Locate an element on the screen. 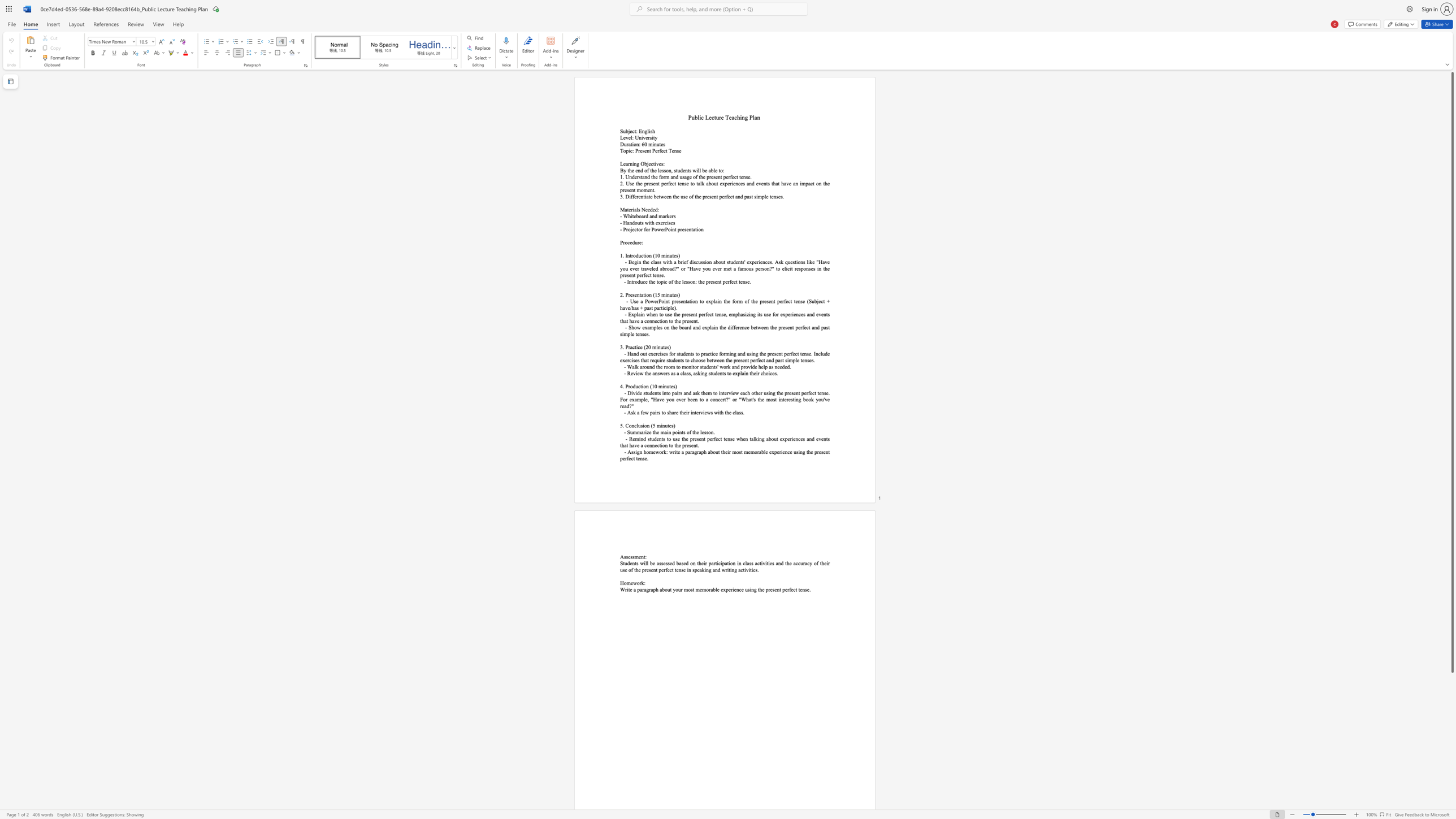  the 9th character "r" in the text is located at coordinates (795, 268).